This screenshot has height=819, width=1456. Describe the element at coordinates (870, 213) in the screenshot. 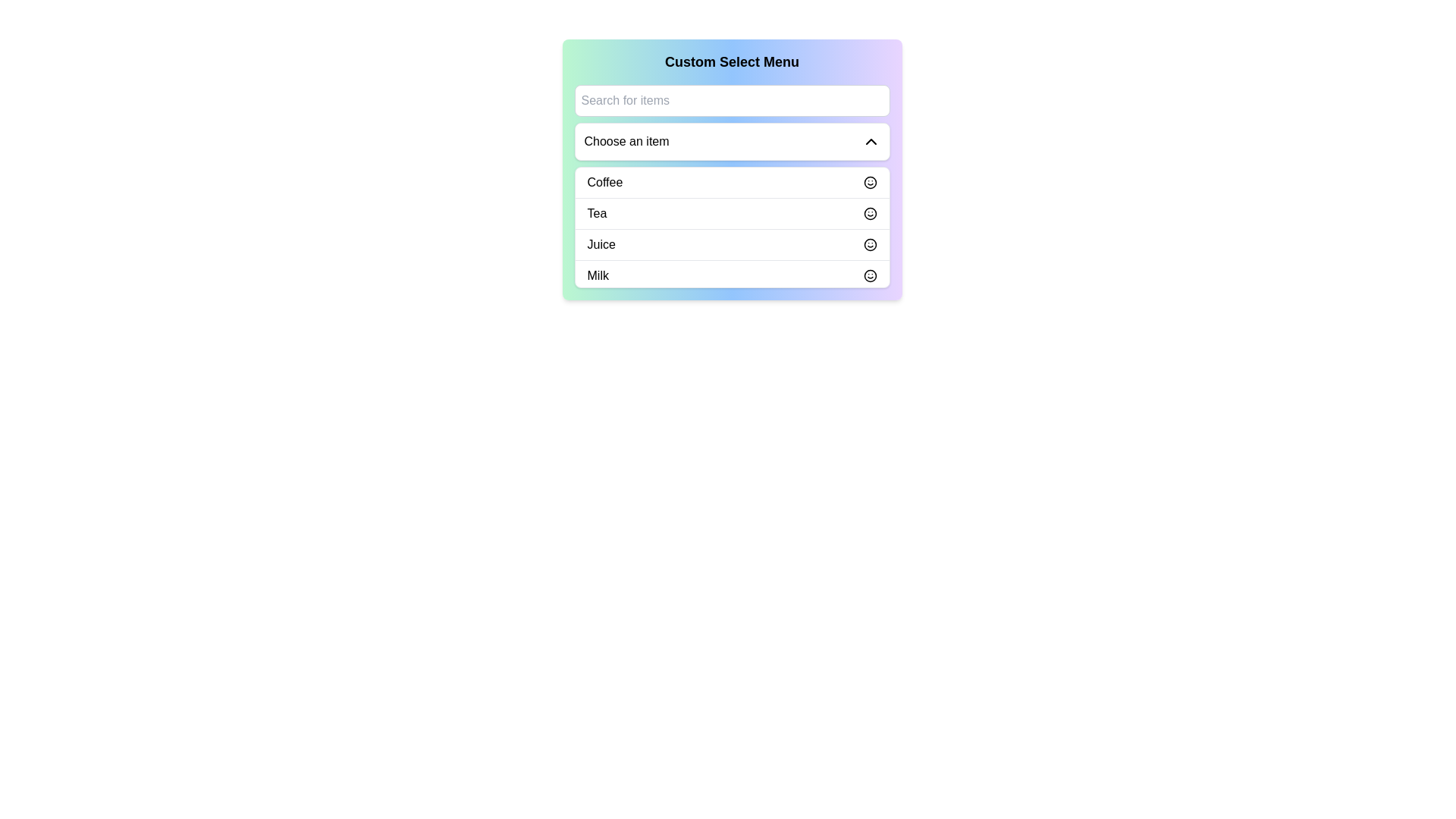

I see `the circular graphic element of the smile icon, which is positioned to the right of the 'Tea' item in the list` at that location.